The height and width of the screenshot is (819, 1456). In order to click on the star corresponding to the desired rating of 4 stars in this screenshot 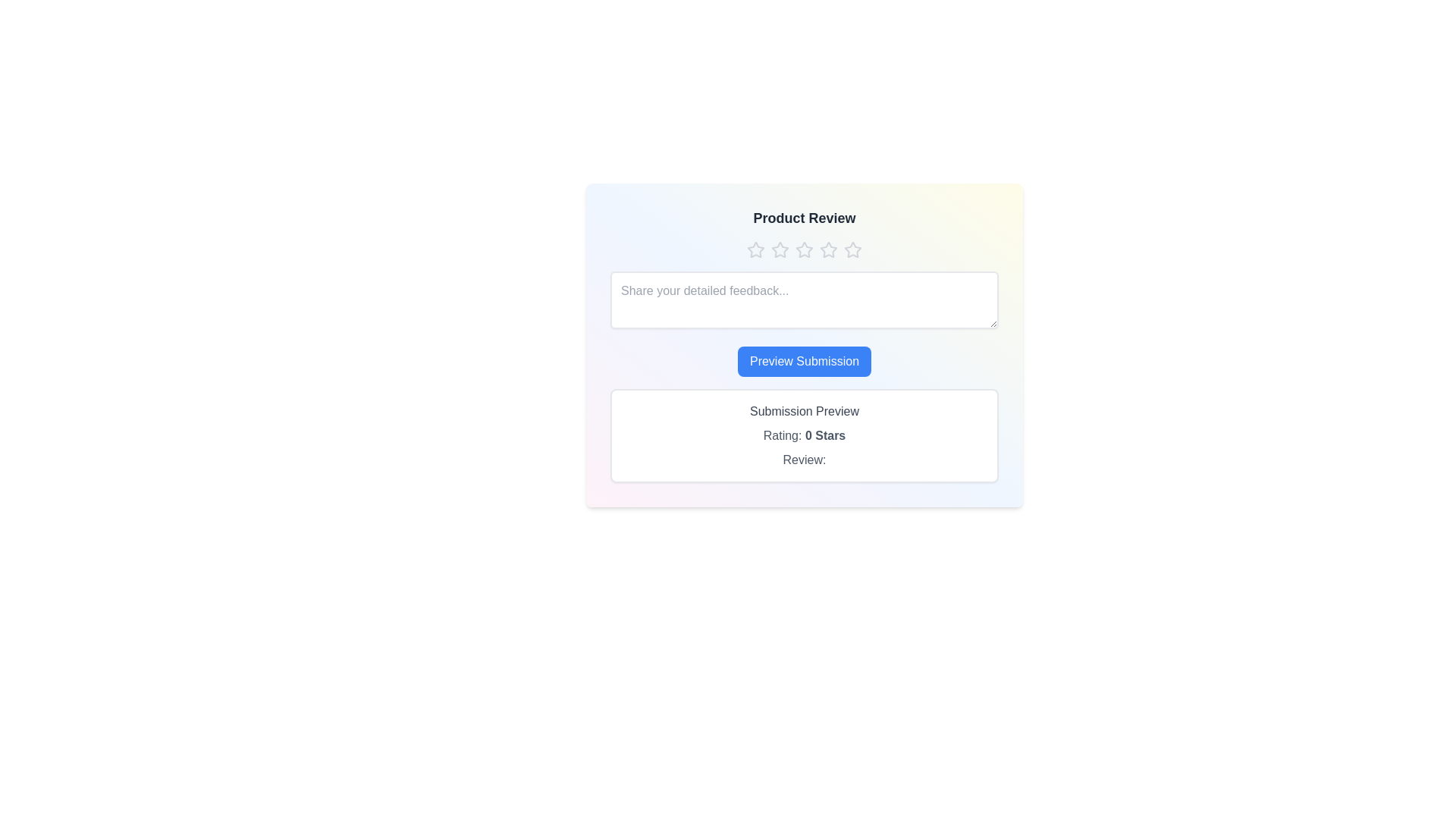, I will do `click(828, 249)`.